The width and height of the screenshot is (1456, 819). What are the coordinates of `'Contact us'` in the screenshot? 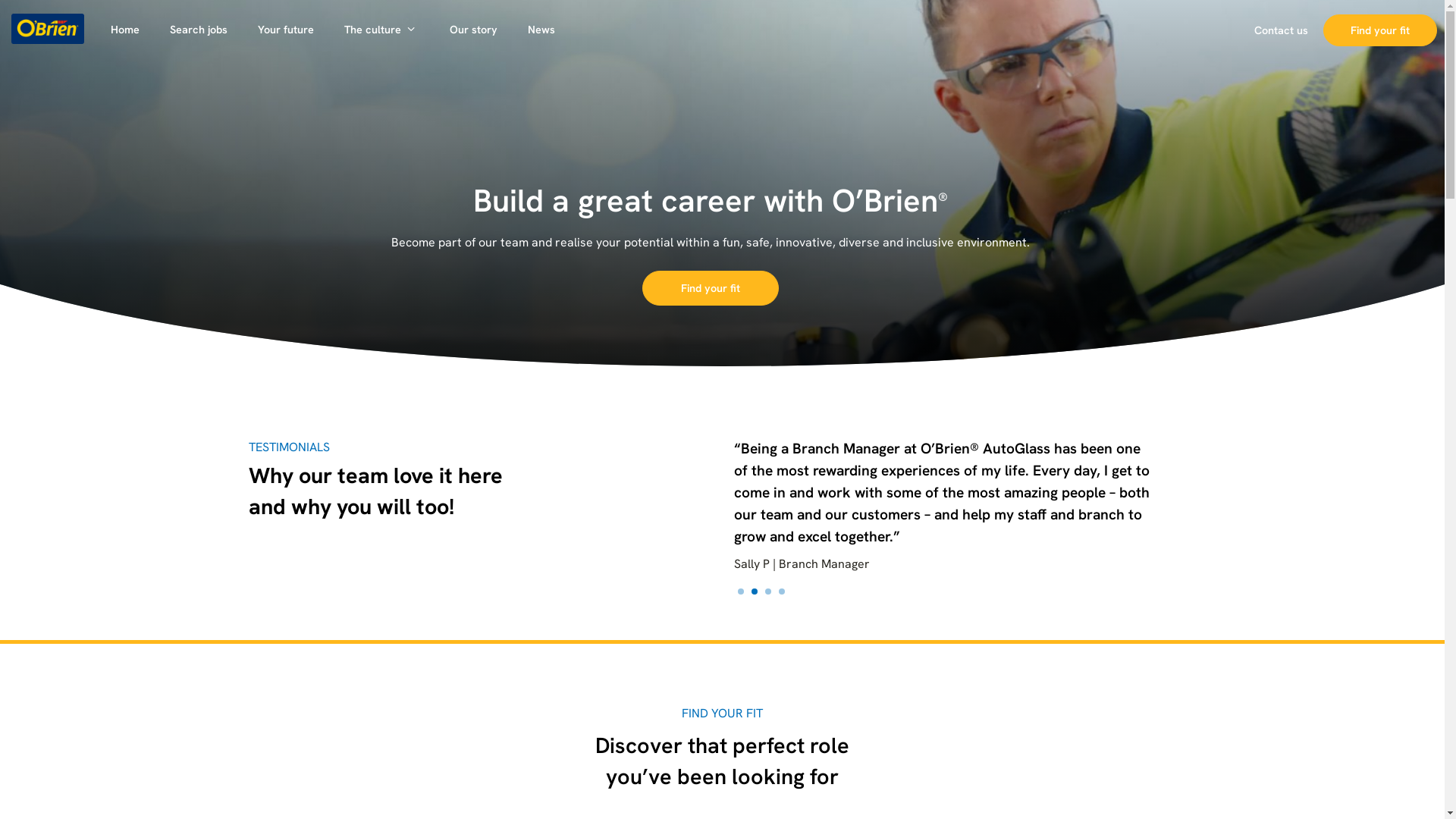 It's located at (1238, 30).